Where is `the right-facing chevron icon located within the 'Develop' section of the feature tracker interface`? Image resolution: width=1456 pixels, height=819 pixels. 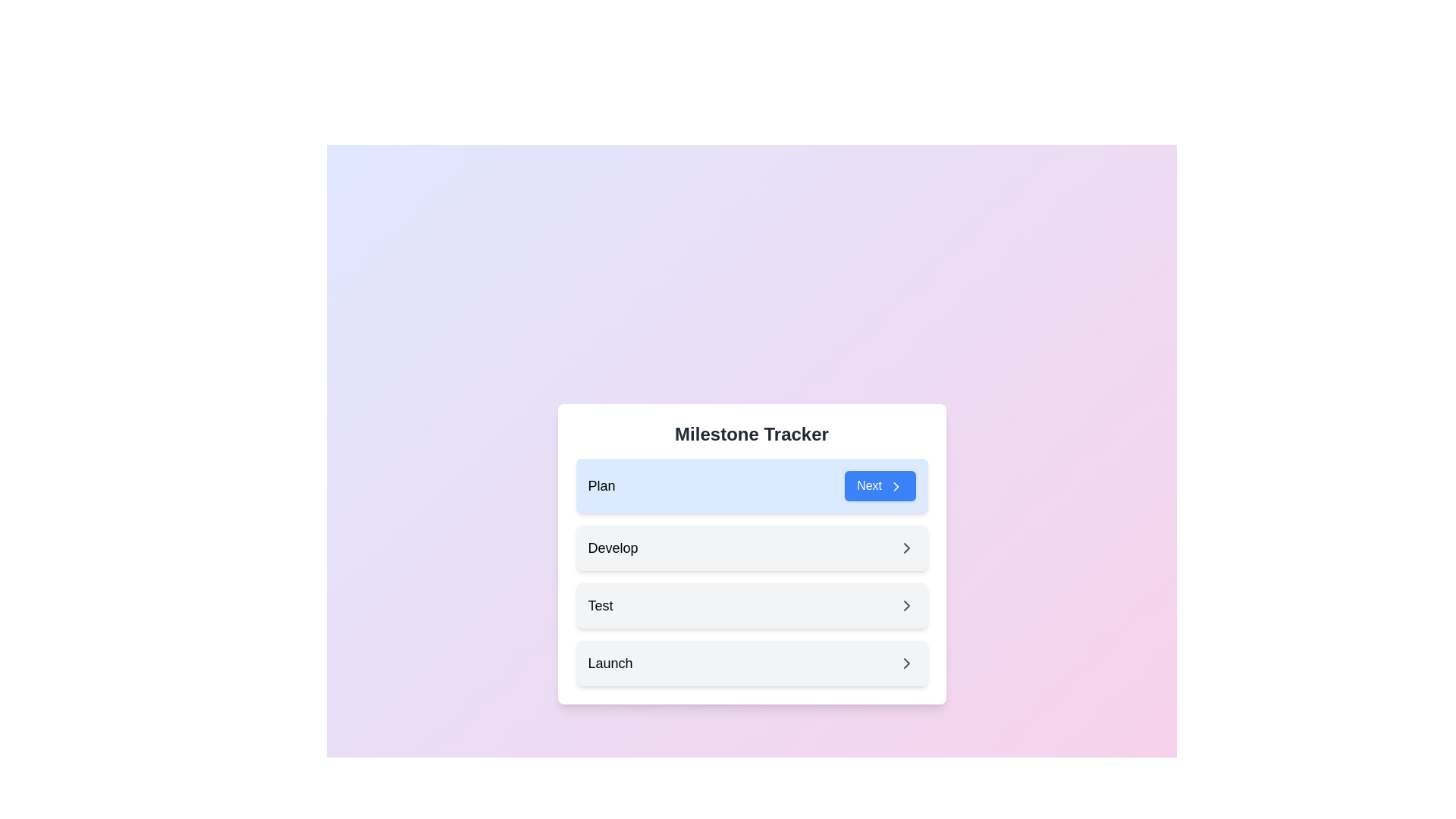 the right-facing chevron icon located within the 'Develop' section of the feature tracker interface is located at coordinates (906, 548).